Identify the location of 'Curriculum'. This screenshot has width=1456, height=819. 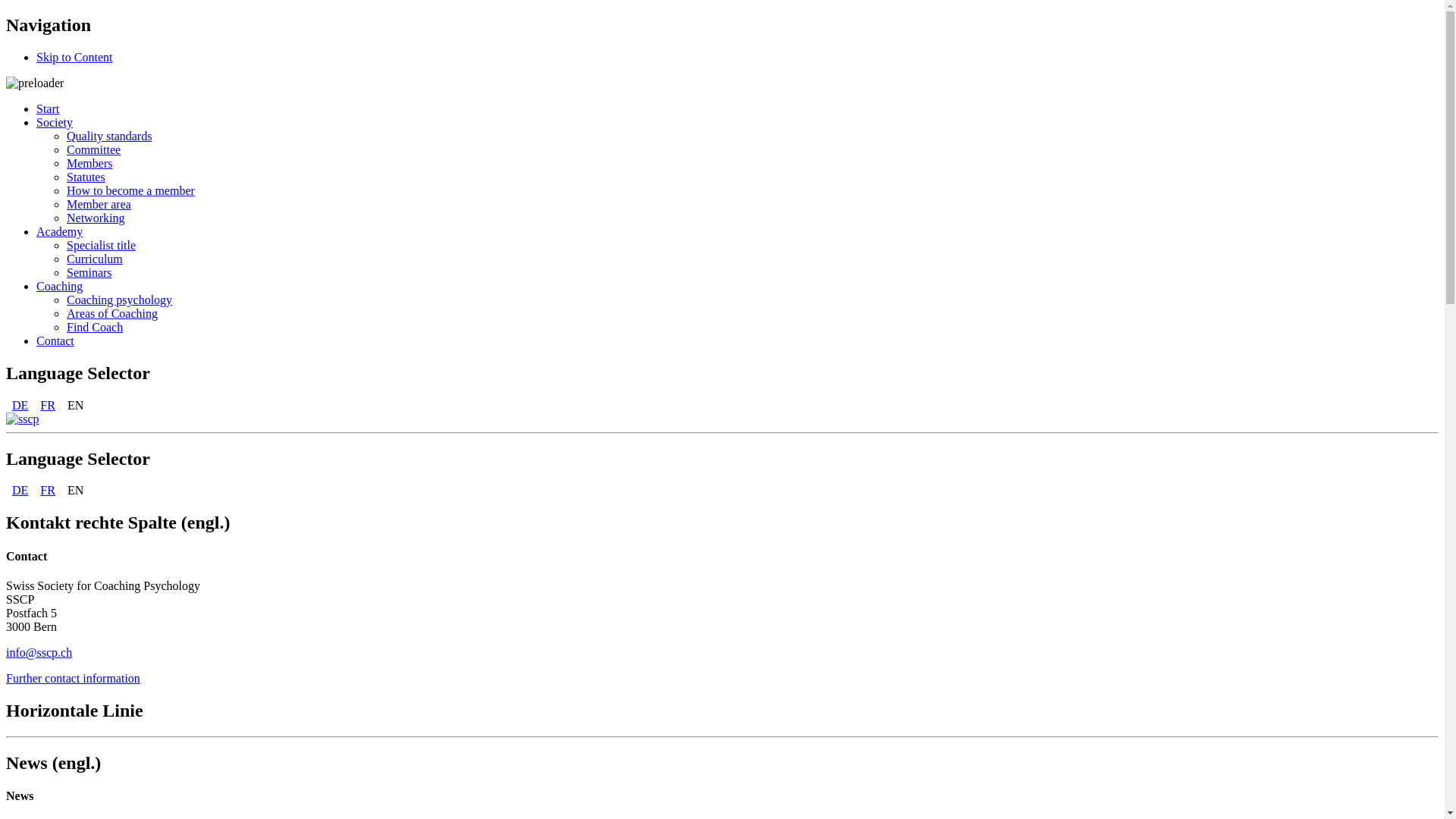
(93, 258).